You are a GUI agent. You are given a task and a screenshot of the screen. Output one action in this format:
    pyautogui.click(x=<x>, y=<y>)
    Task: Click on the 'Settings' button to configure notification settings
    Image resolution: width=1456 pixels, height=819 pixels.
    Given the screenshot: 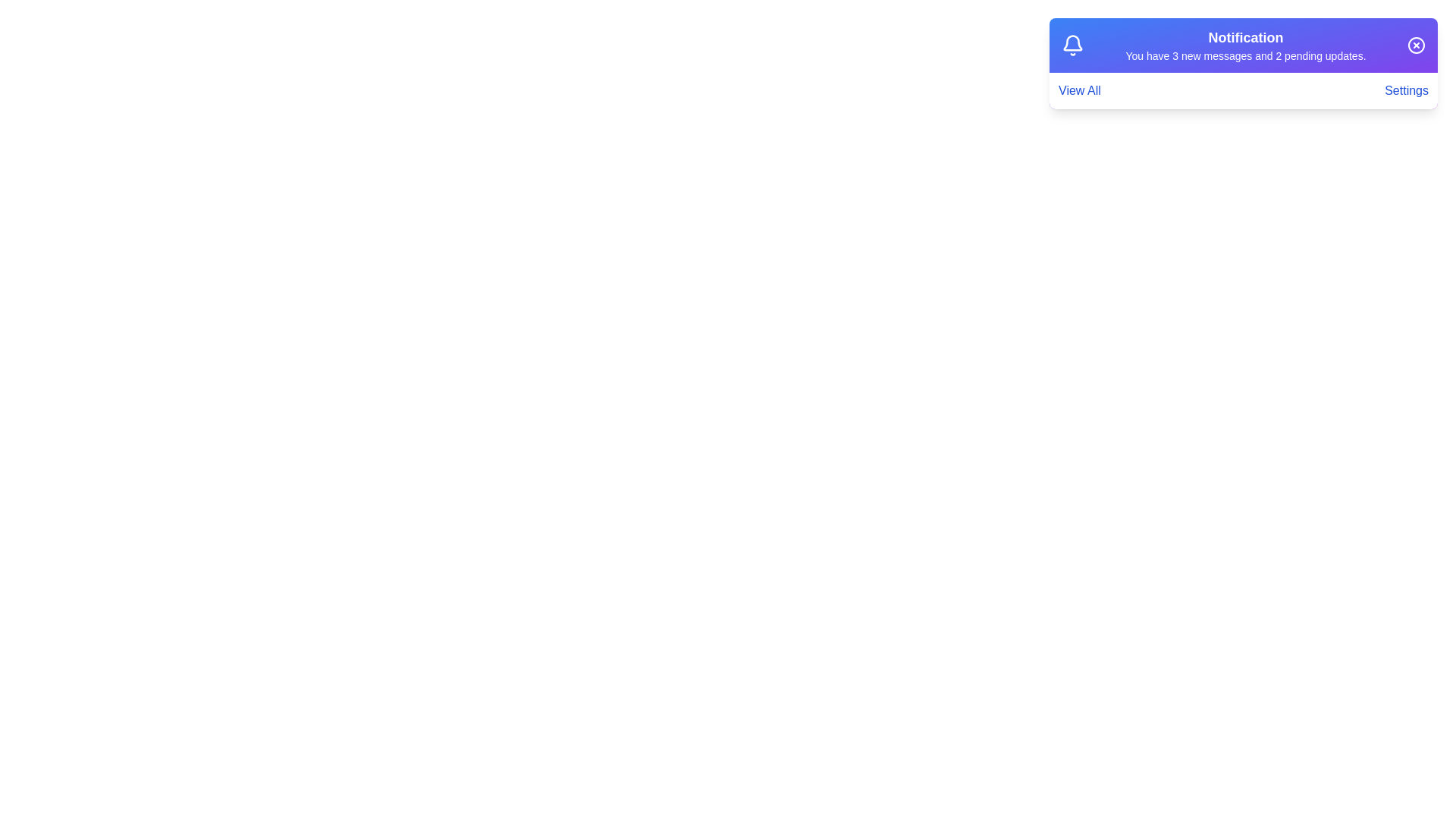 What is the action you would take?
    pyautogui.click(x=1405, y=90)
    